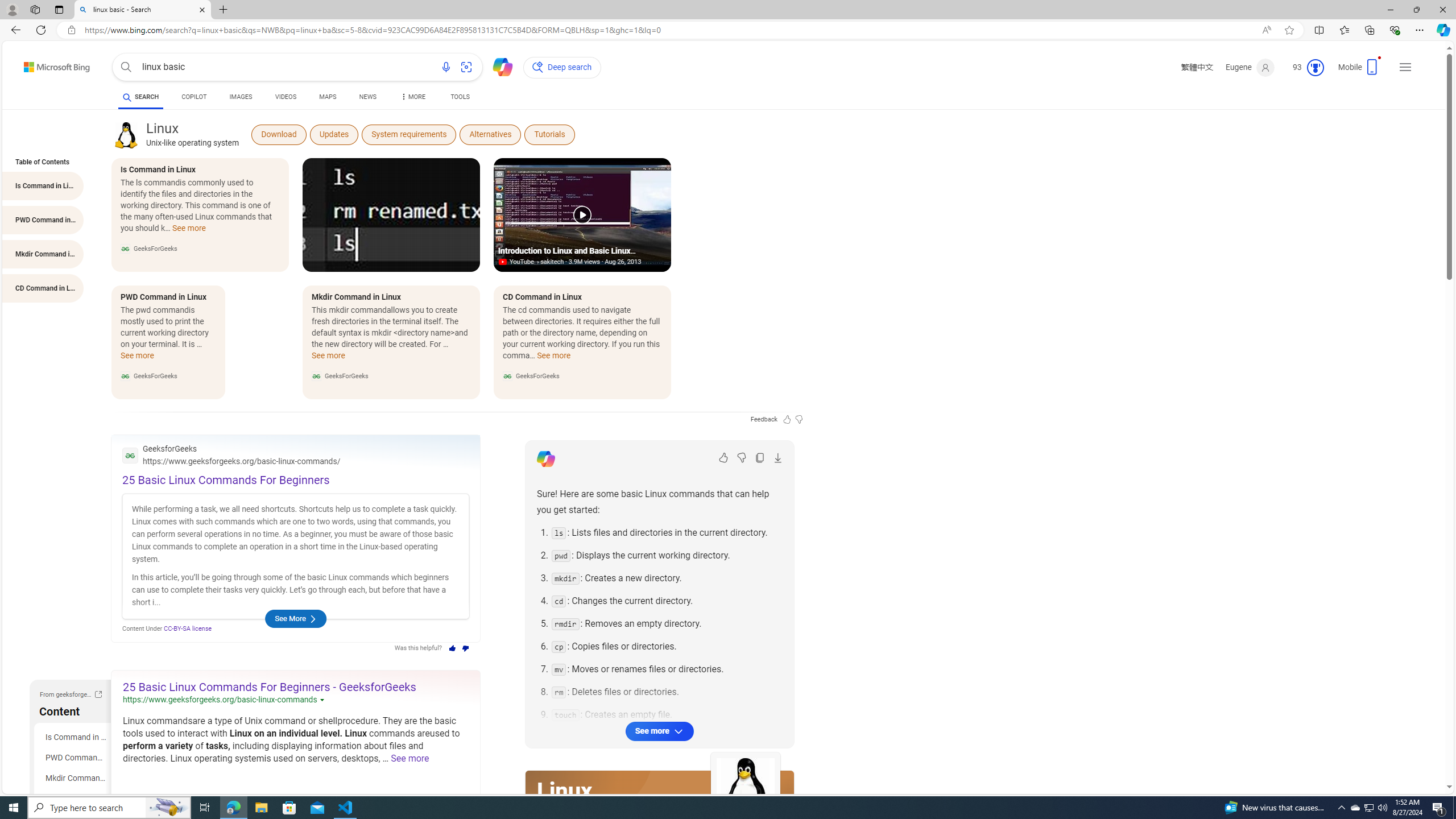  I want to click on 'linux basic - Search', so click(142, 9).